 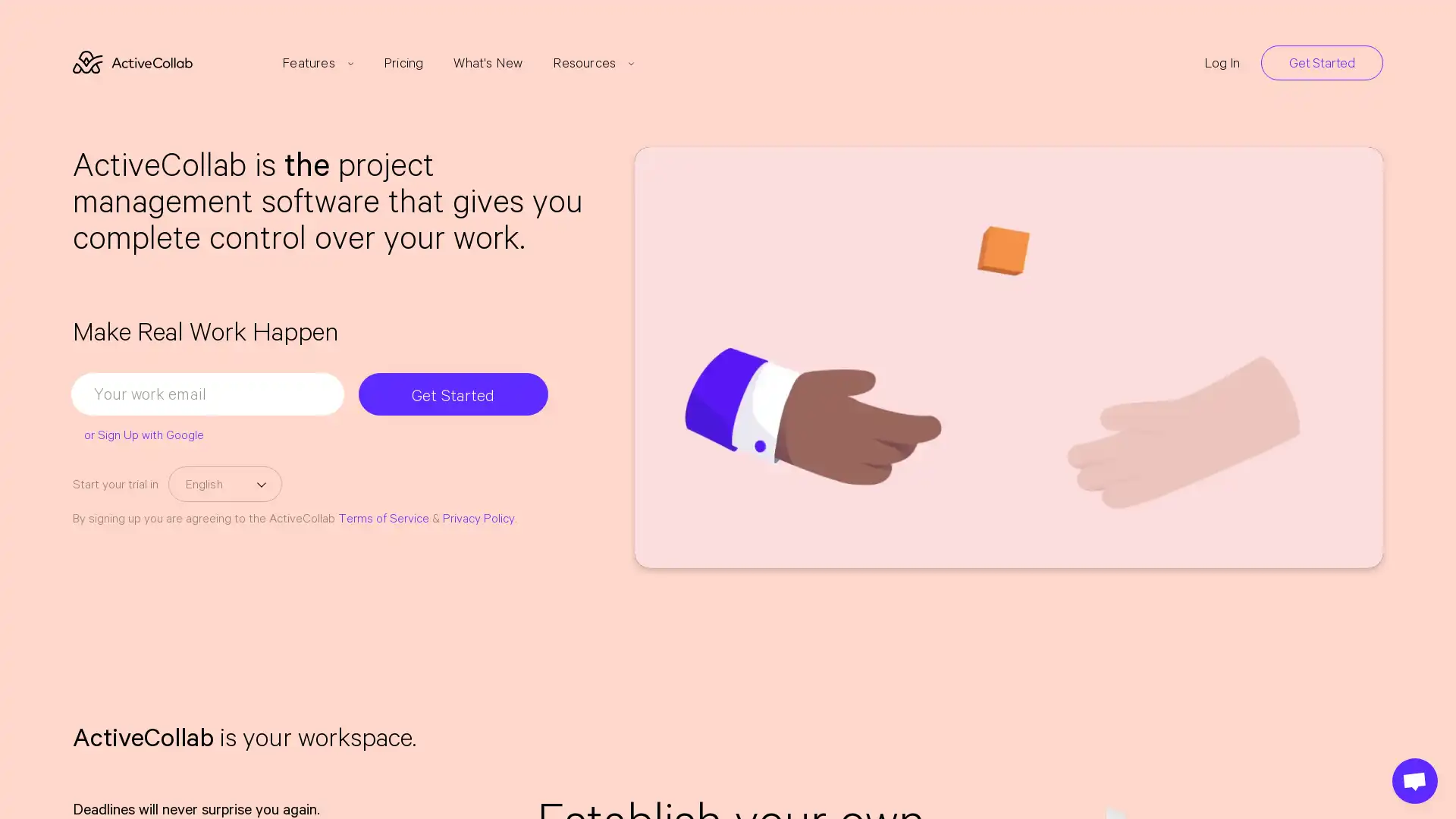 I want to click on Get Started, so click(x=451, y=394).